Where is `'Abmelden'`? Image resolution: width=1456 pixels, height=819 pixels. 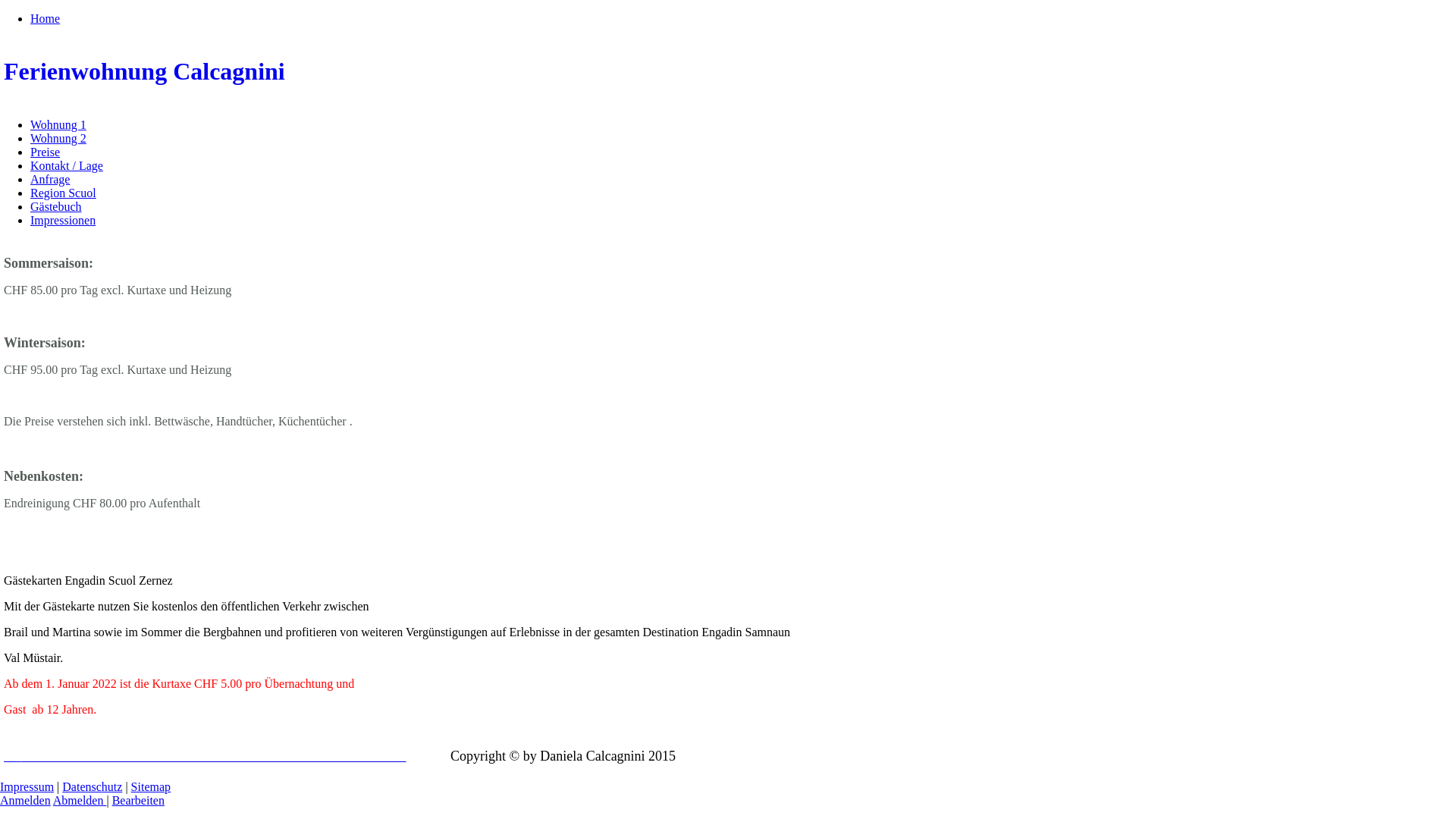 'Abmelden' is located at coordinates (53, 799).